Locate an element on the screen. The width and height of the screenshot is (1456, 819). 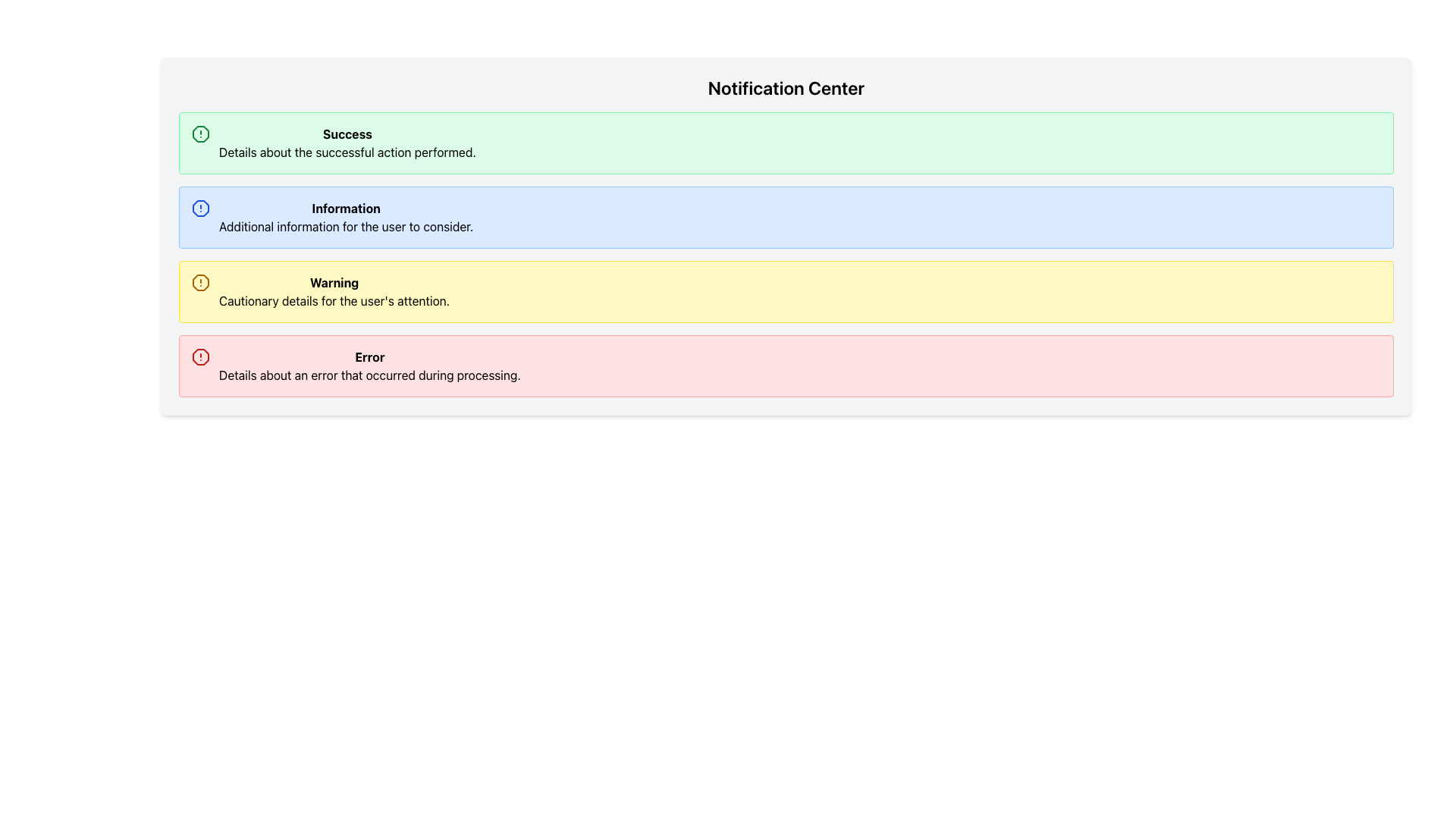
informational content from the Text Block located below the 'Success' notification and above the 'Warning' notification is located at coordinates (345, 217).